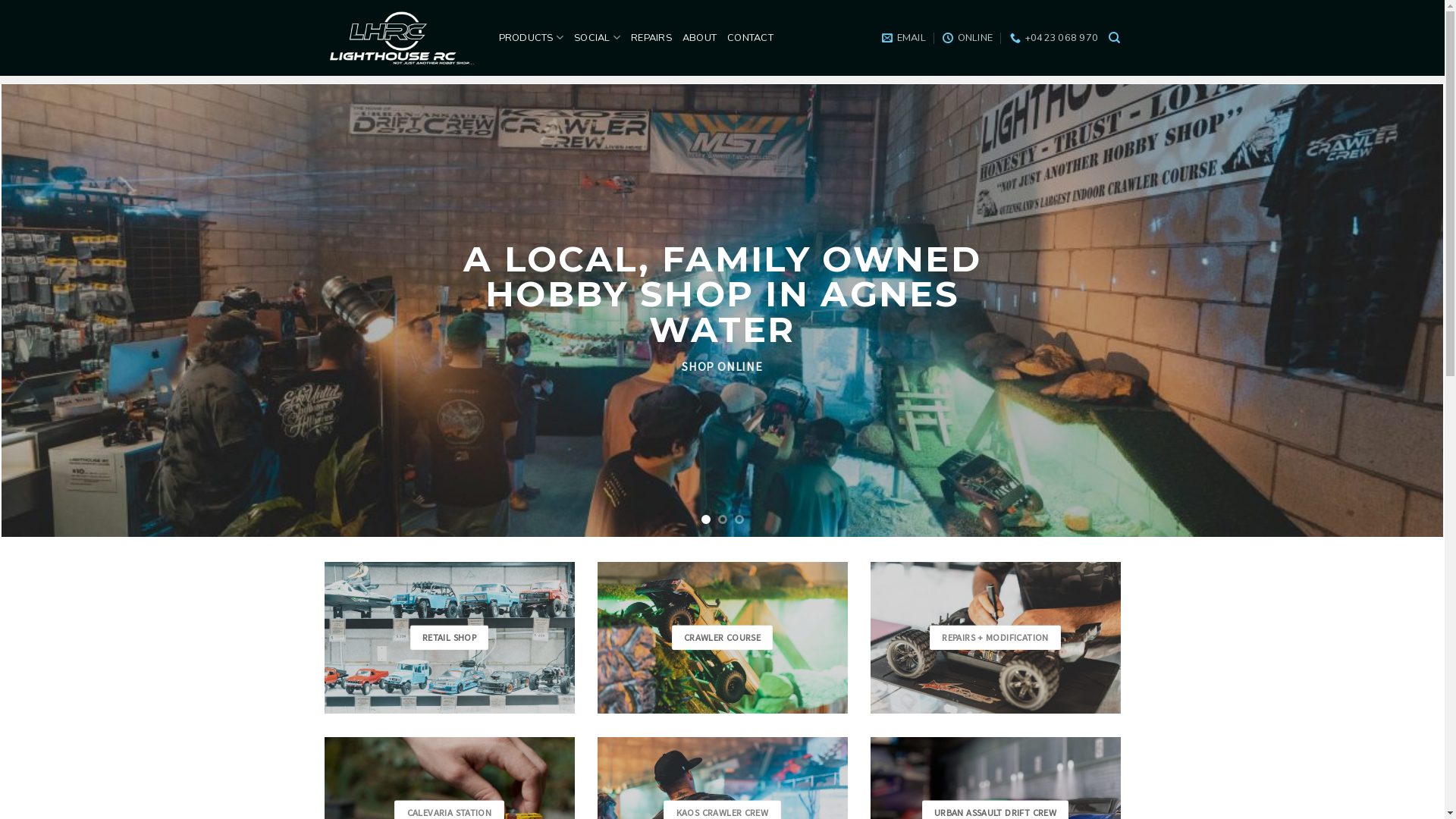  Describe the element at coordinates (323, 37) in the screenshot. I see `'Lighthouse RC - "Not just another Hobby Shop"'` at that location.